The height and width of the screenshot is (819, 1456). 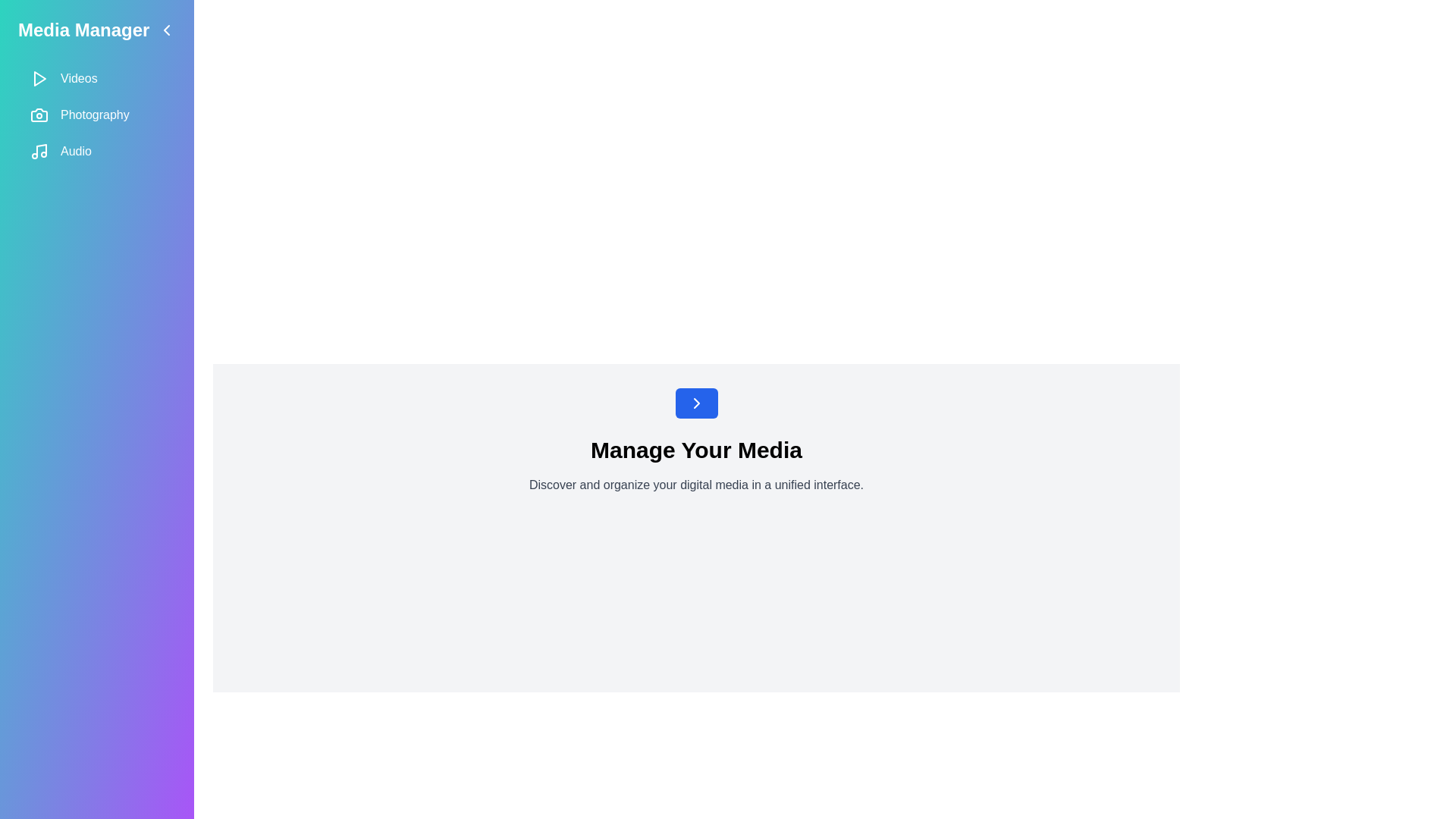 What do you see at coordinates (96, 79) in the screenshot?
I see `the Videos section from the sidebar menu` at bounding box center [96, 79].